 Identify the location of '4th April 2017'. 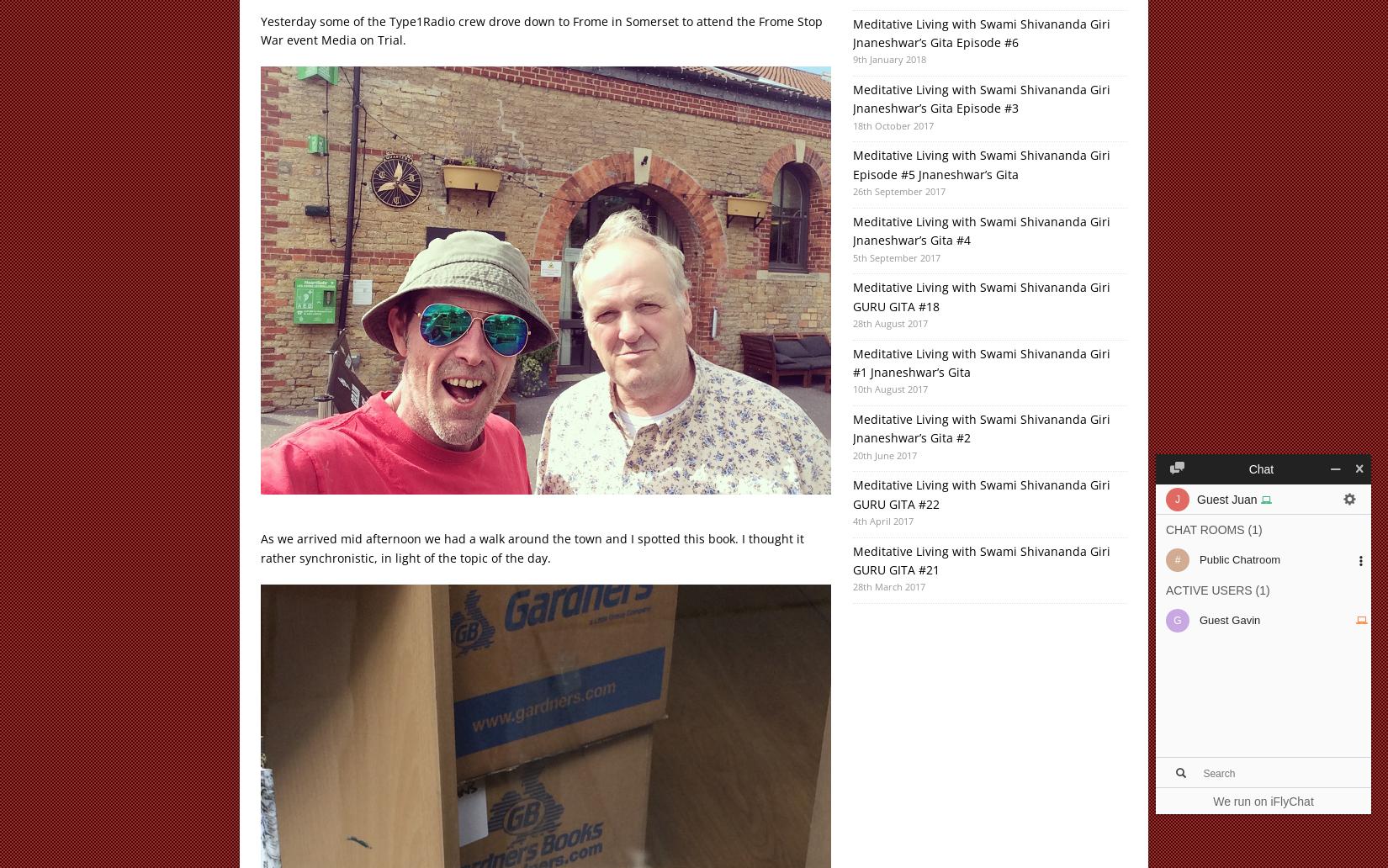
(882, 521).